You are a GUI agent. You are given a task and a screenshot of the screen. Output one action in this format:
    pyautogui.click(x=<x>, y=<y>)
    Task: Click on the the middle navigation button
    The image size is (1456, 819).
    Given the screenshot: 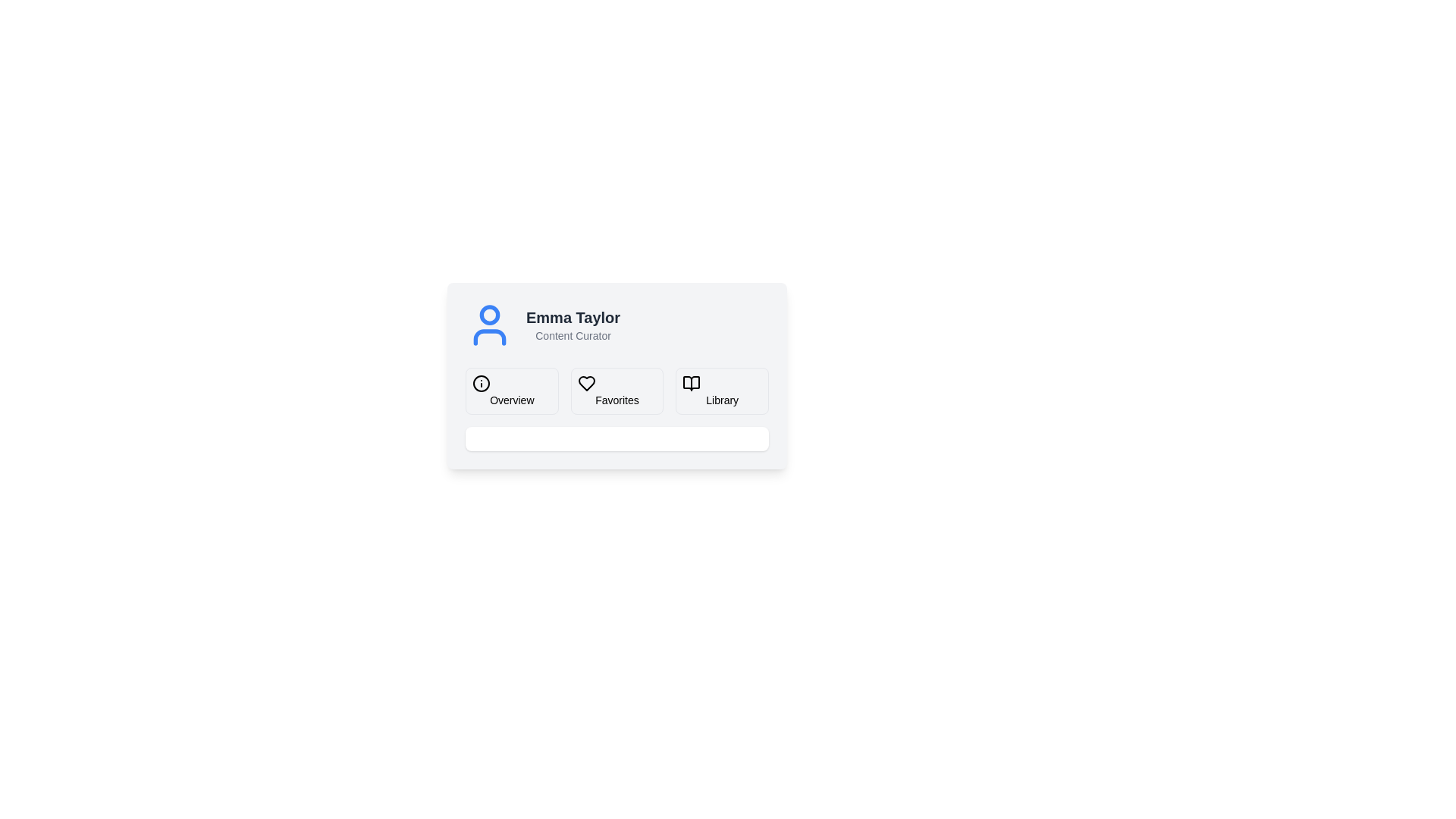 What is the action you would take?
    pyautogui.click(x=617, y=409)
    